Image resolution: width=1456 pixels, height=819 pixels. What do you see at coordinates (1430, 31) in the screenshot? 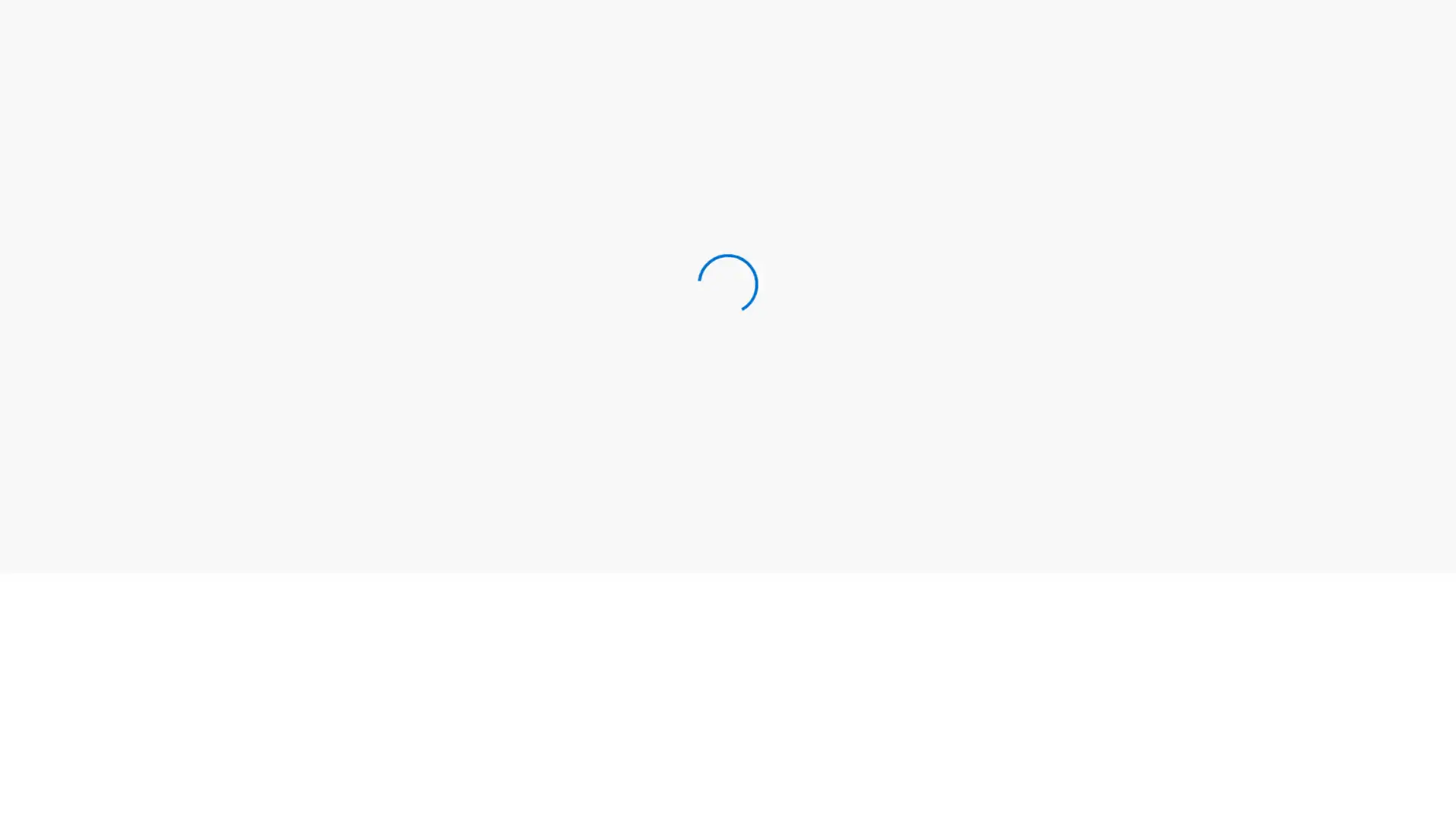
I see `Search` at bounding box center [1430, 31].